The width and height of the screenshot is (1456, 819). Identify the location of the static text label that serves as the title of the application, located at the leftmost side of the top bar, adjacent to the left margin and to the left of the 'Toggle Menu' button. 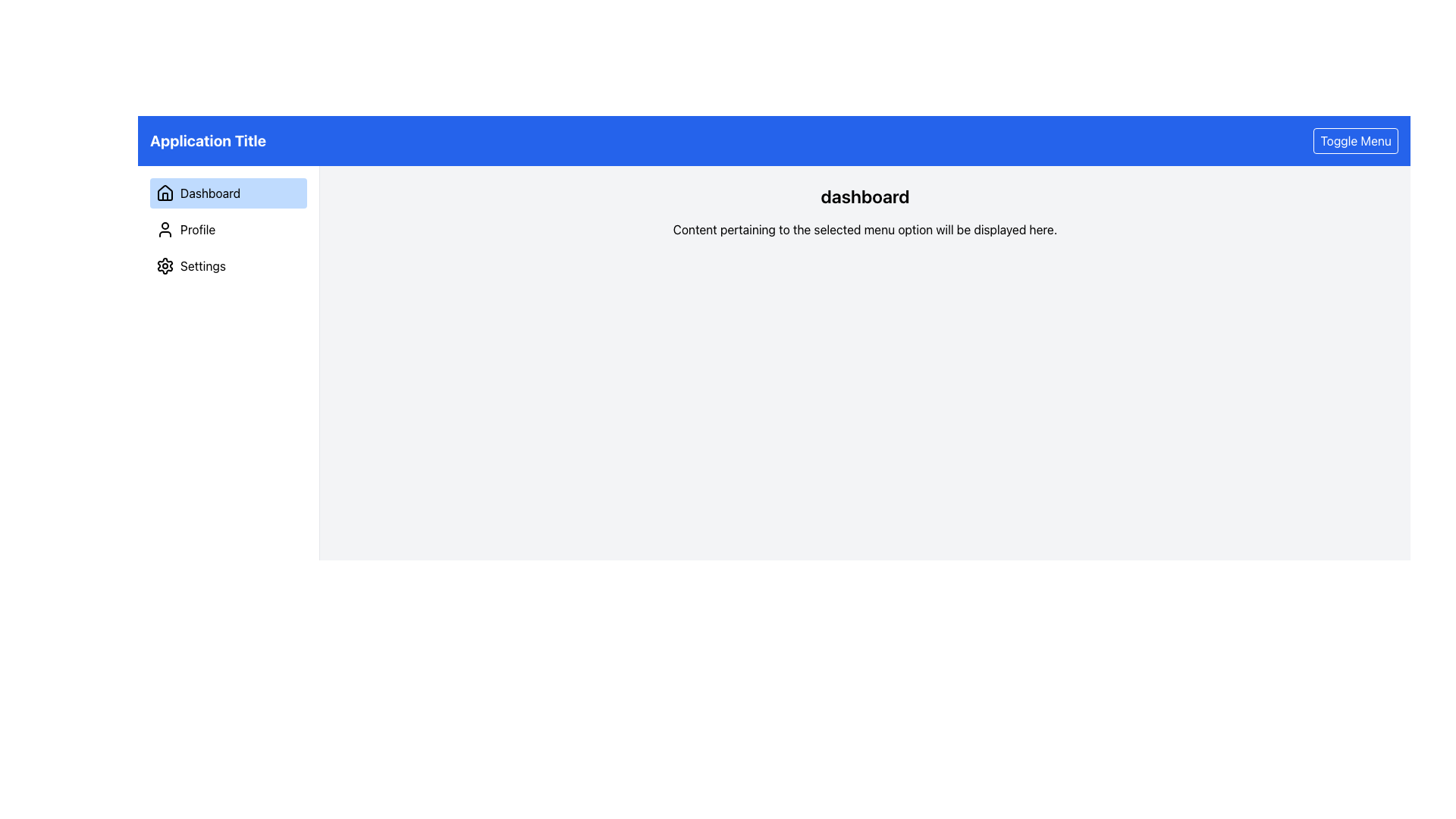
(207, 140).